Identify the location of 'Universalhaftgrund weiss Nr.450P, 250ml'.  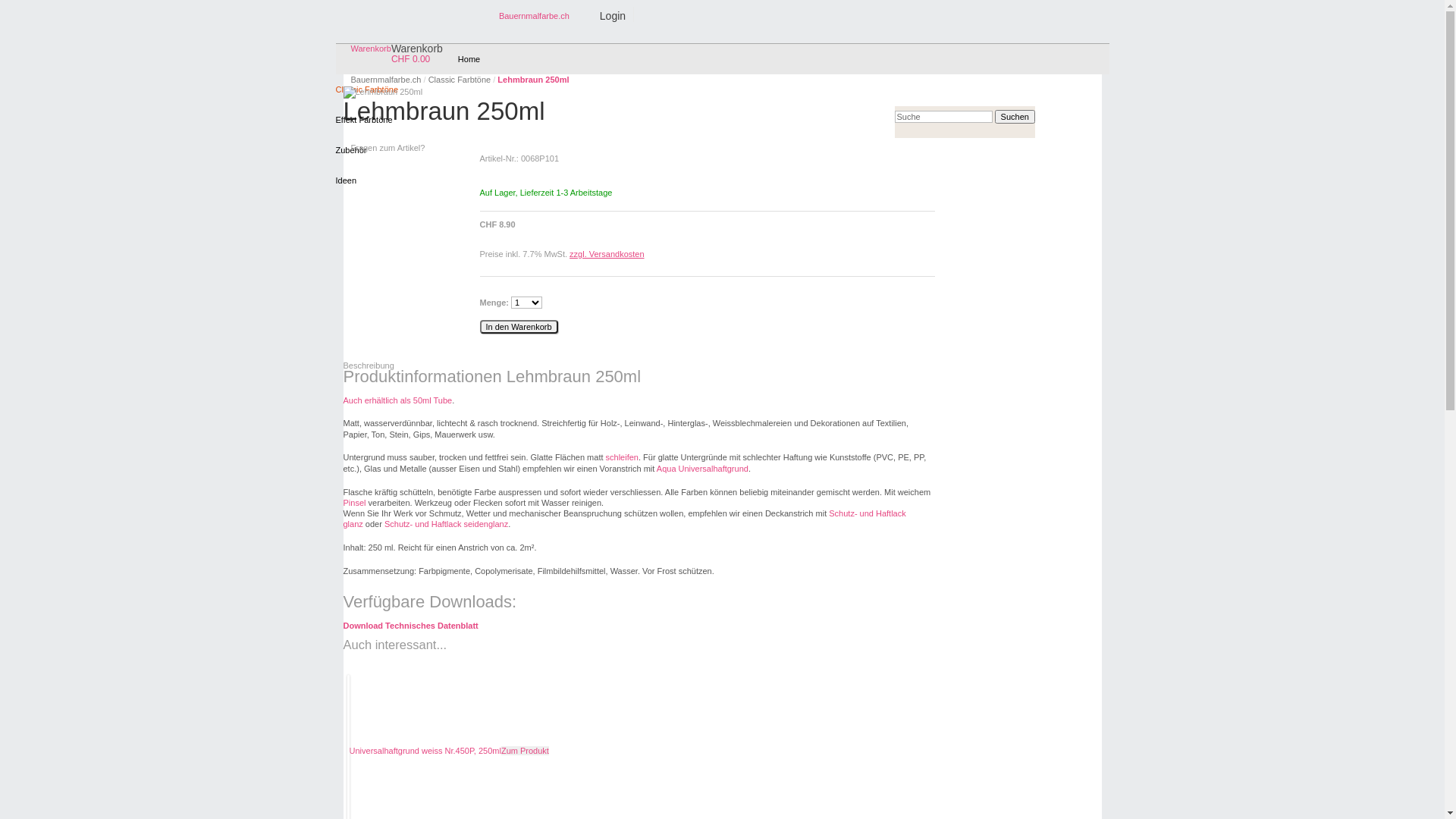
(425, 751).